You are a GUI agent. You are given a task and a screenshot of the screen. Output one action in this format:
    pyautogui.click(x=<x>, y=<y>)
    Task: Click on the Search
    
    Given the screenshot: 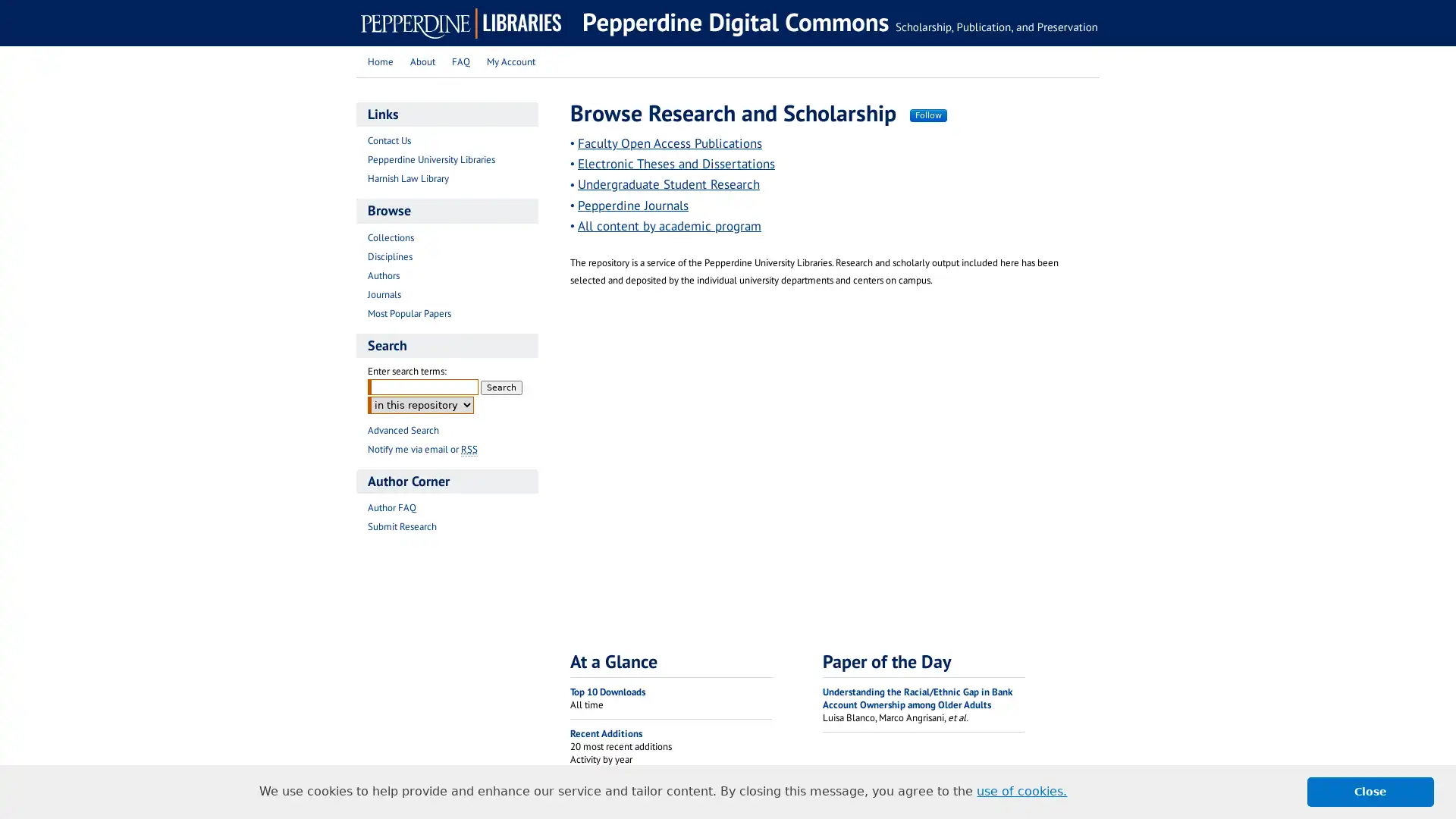 What is the action you would take?
    pyautogui.click(x=501, y=386)
    